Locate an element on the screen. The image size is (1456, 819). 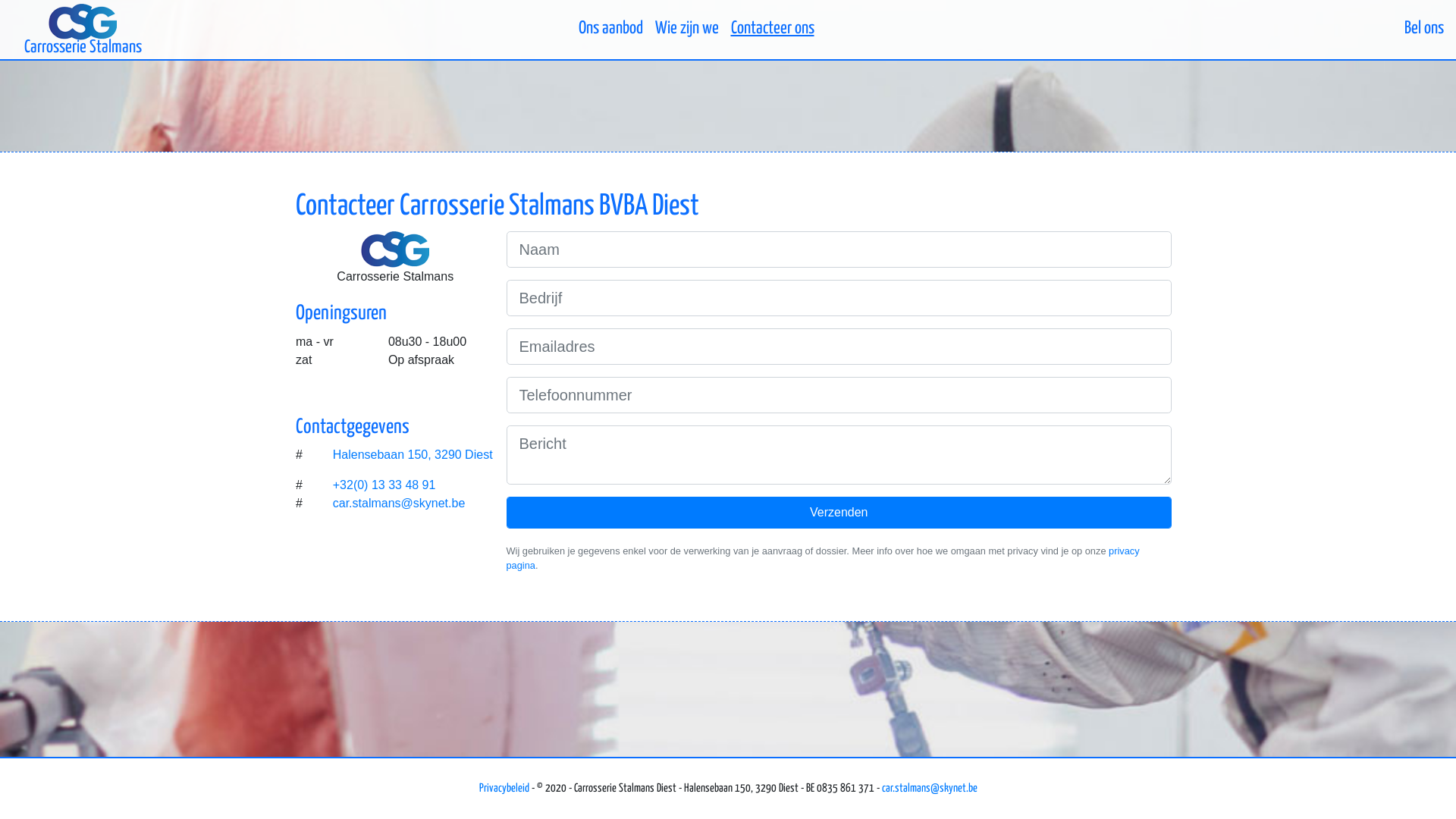
'Ons aanbod' is located at coordinates (570, 29).